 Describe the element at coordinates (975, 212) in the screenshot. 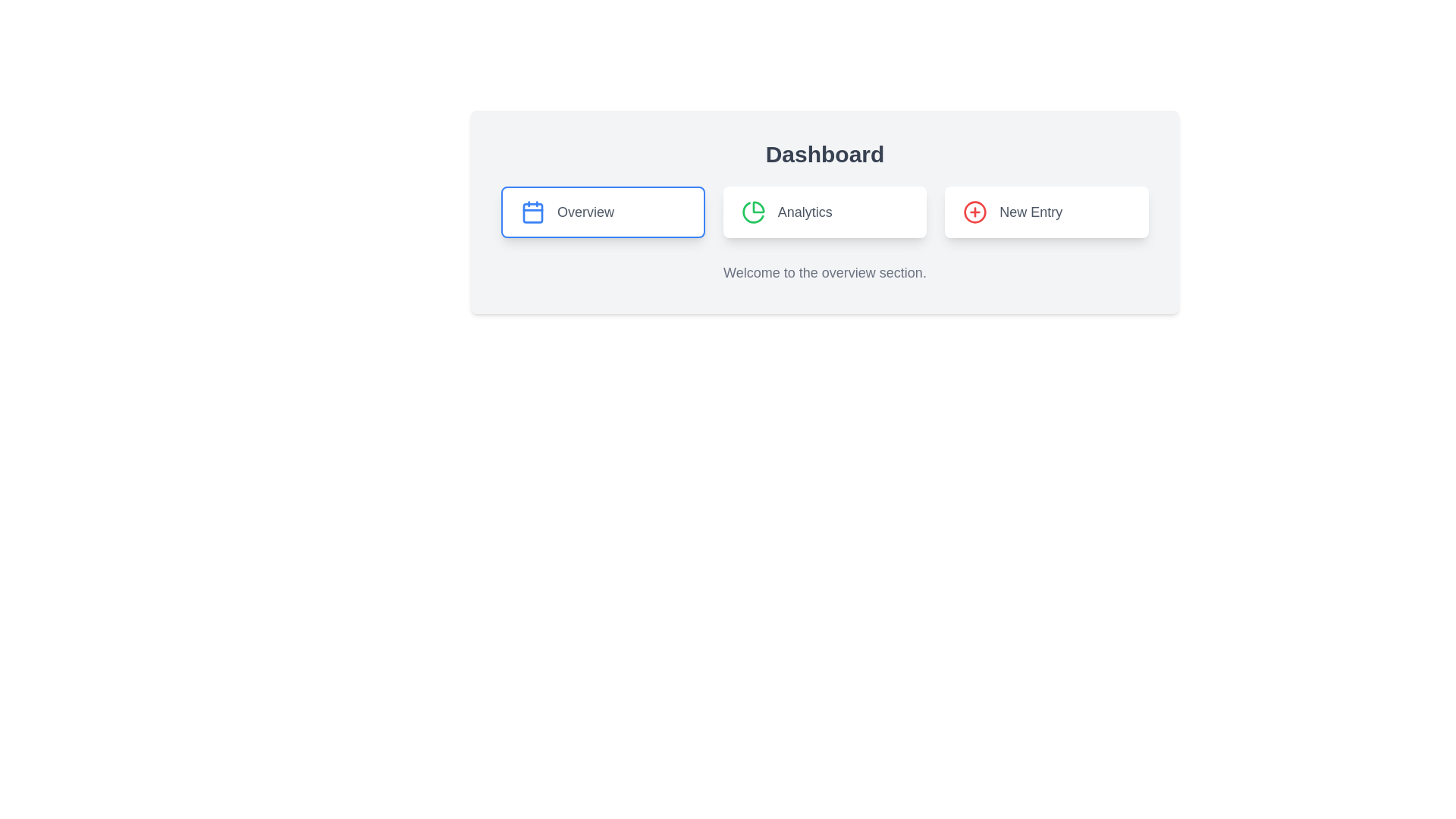

I see `the red circular icon with a plus symbol inside, which is located within the 'New Entry' button on the right side of the rectangular card labeled 'New Entry.'` at that location.